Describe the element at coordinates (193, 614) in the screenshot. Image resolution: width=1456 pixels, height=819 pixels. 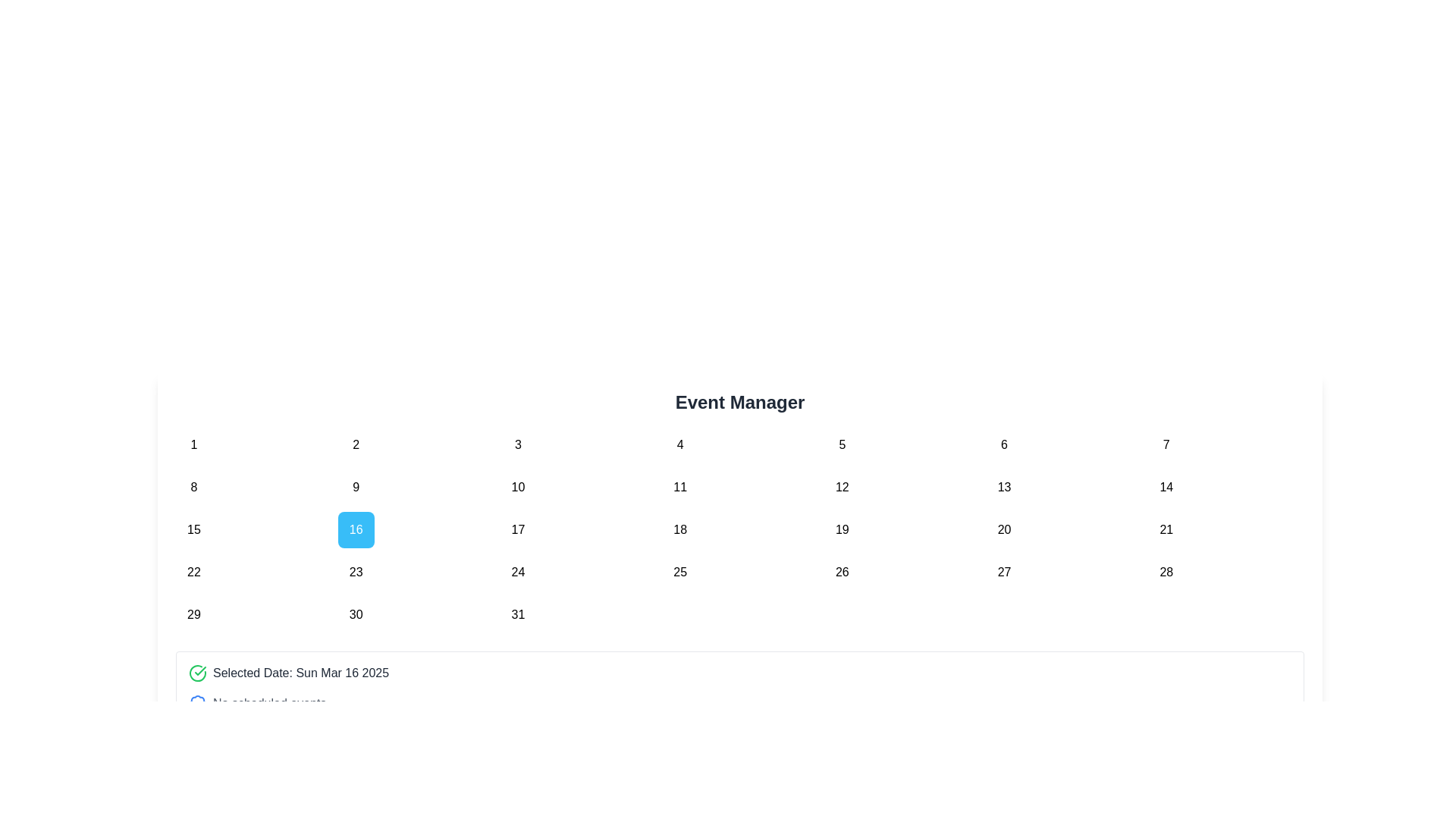
I see `the day selector button located in the sixth row and first column of the calendar interface` at that location.